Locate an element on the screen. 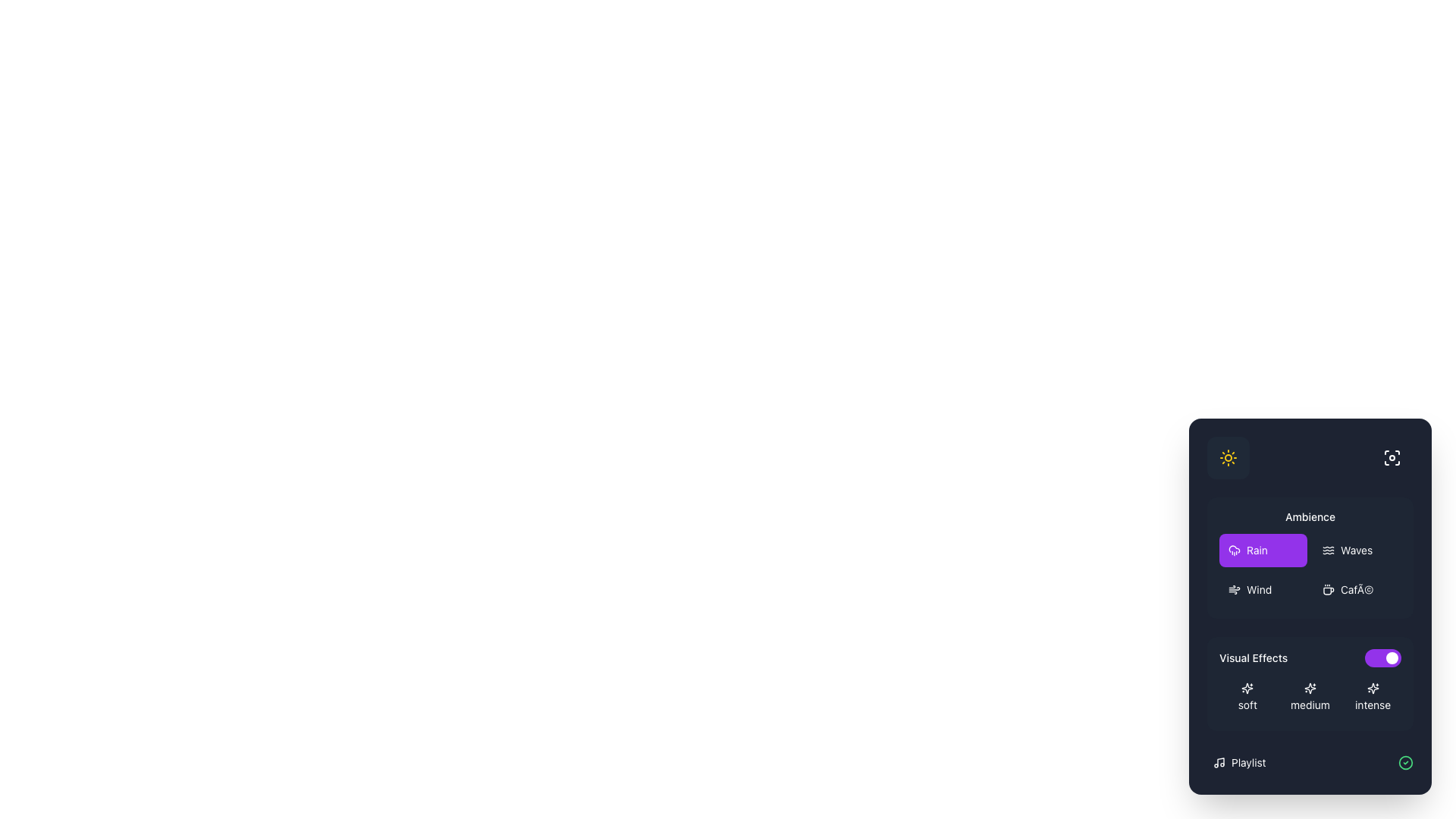 This screenshot has height=819, width=1456. the square button with a round border and a central focus or crosshair icon located is located at coordinates (1392, 457).